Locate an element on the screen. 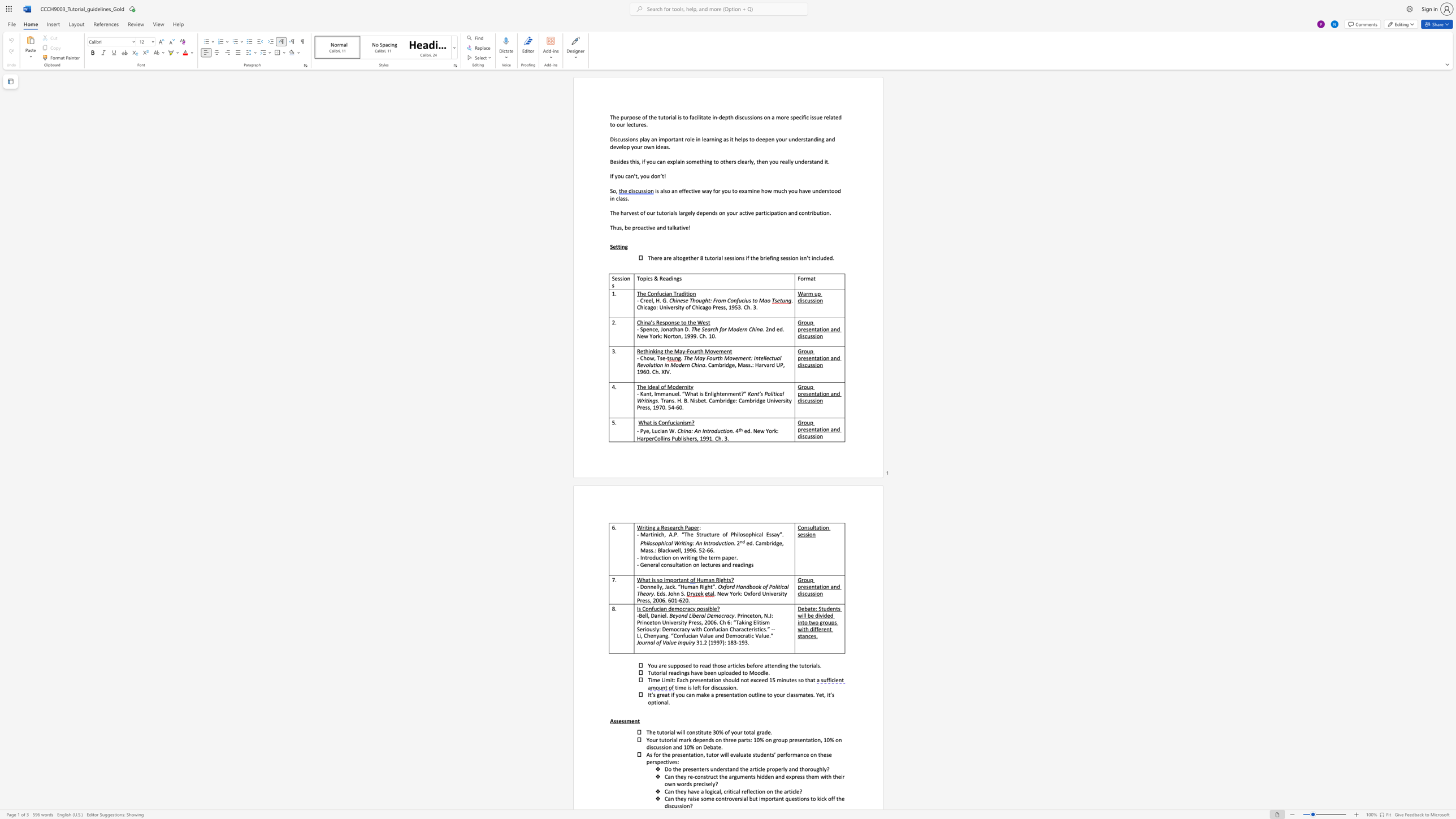 The image size is (1456, 819). the subset text "io" within the text "Group presentation and discussion" is located at coordinates (815, 436).